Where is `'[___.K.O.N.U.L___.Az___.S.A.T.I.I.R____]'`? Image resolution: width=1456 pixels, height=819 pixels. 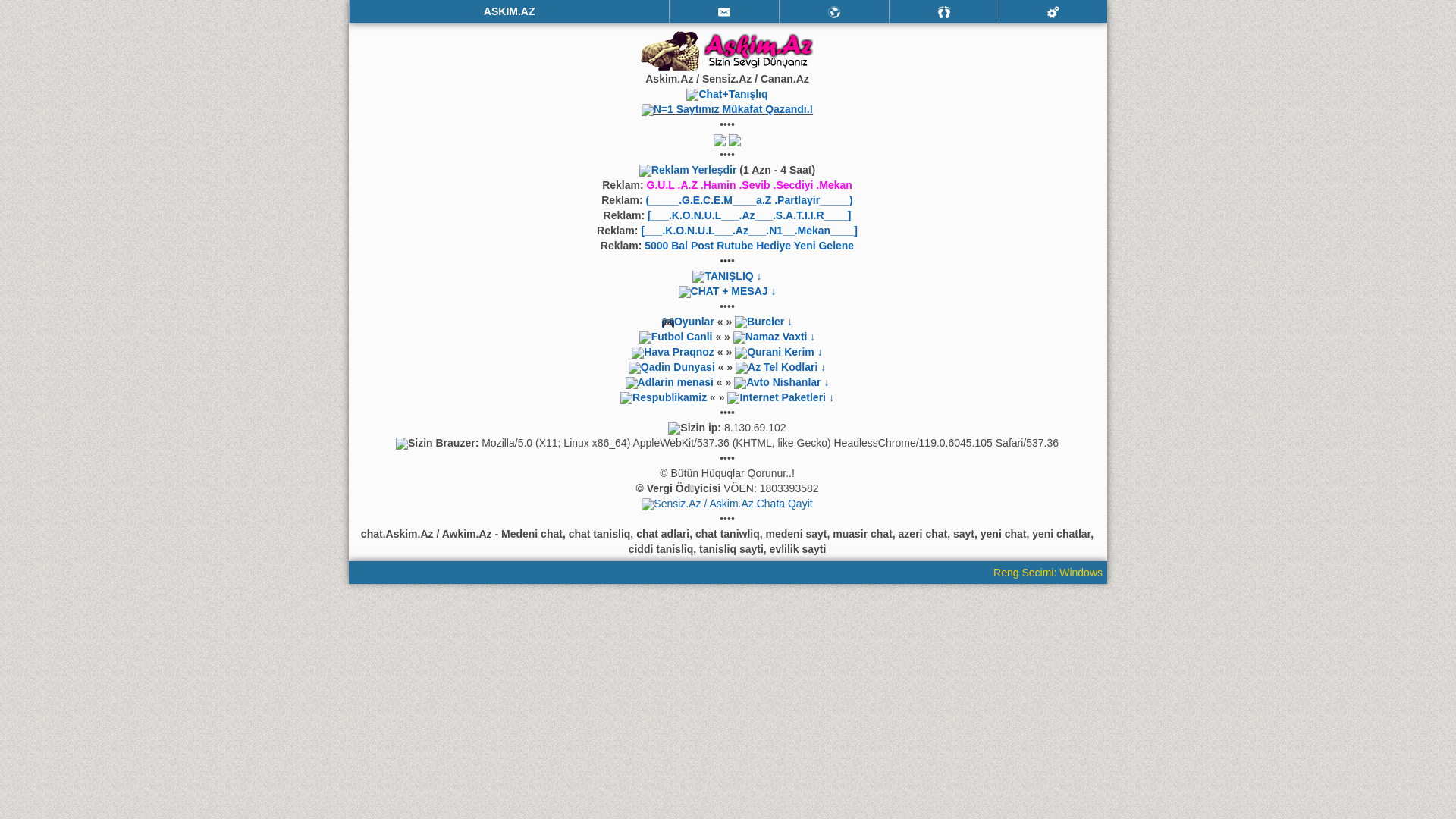 '[___.K.O.N.U.L___.Az___.S.A.T.I.I.R____]' is located at coordinates (749, 215).